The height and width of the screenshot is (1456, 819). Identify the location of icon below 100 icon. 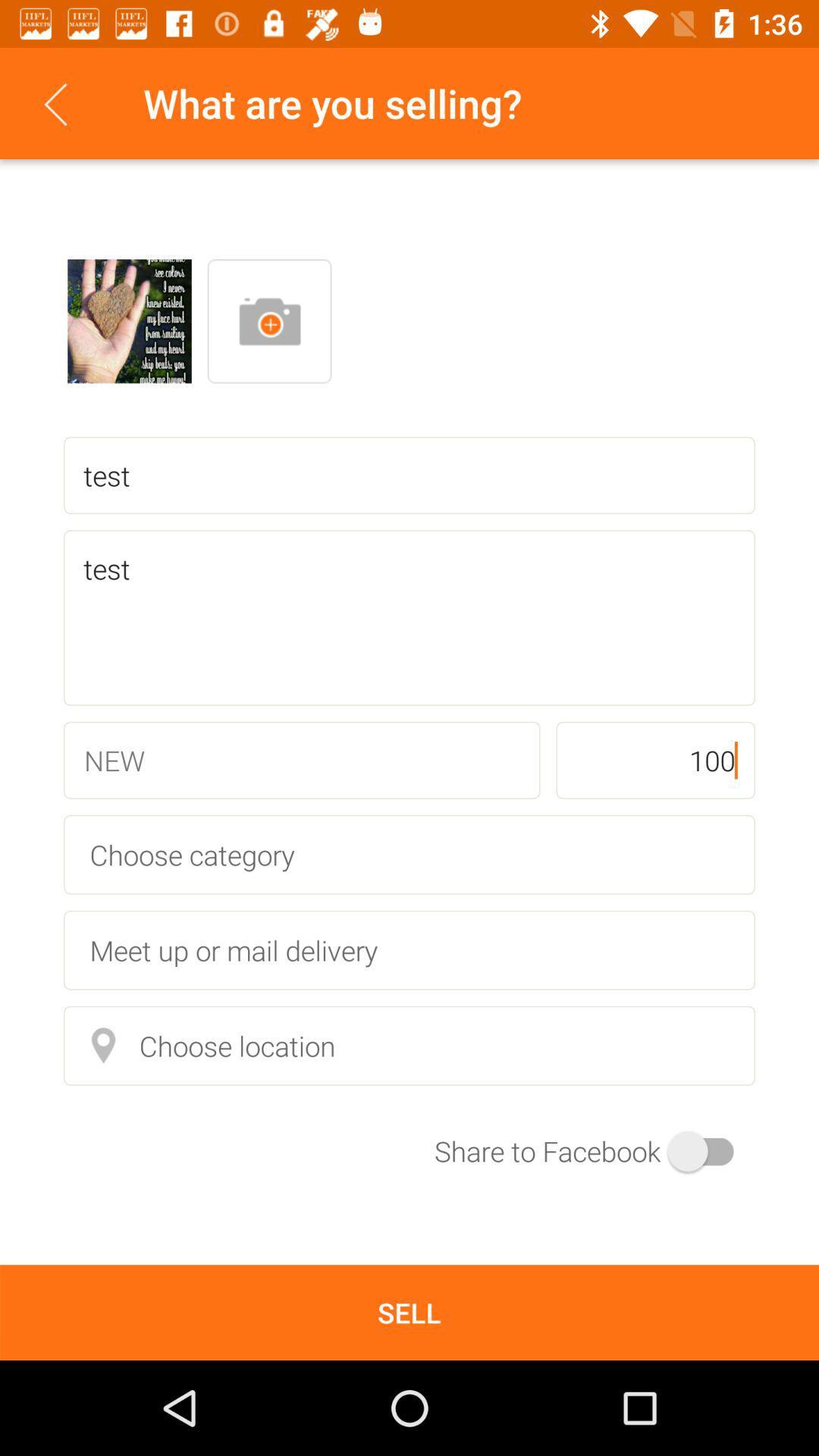
(409, 855).